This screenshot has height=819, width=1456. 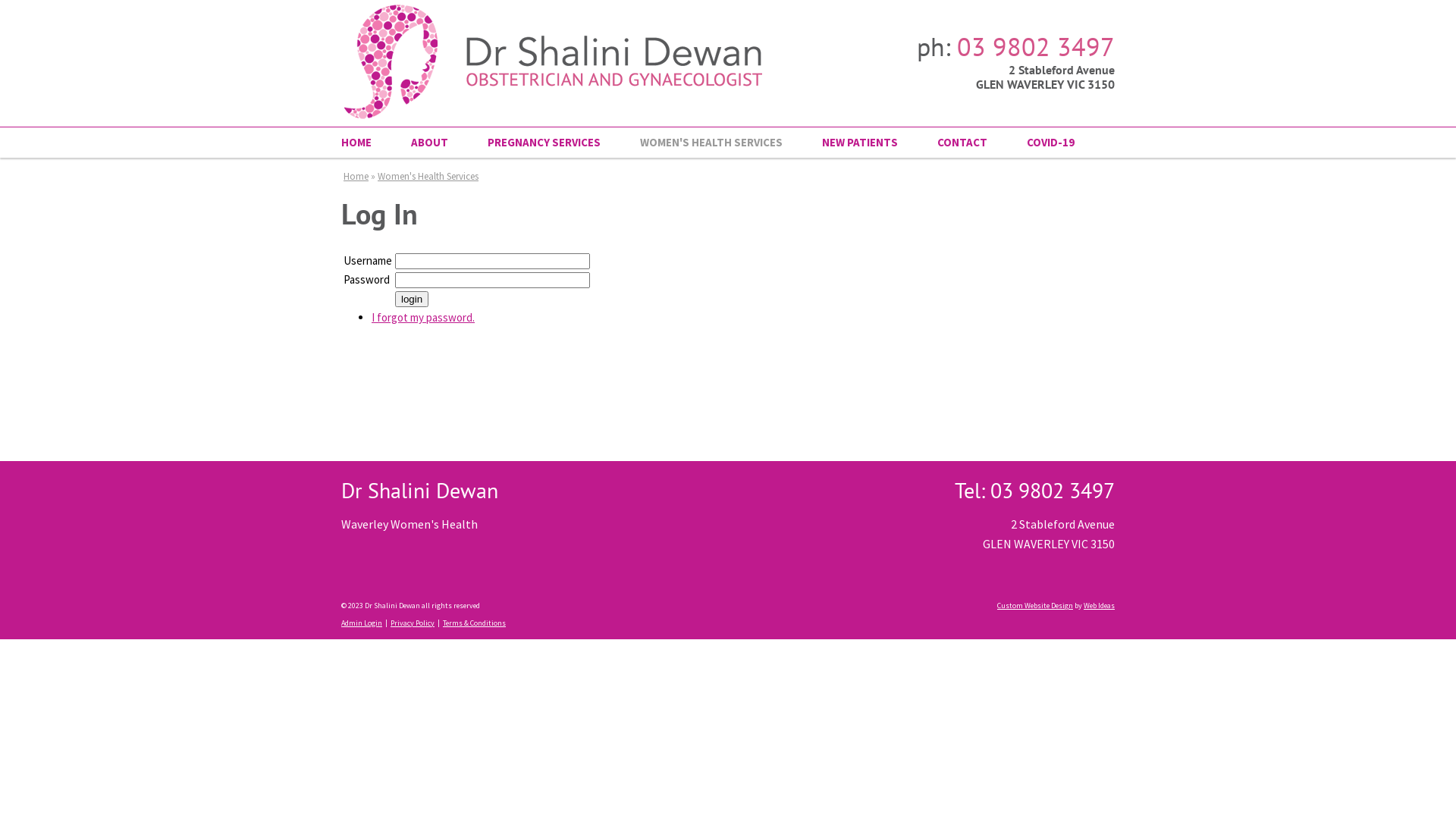 I want to click on 'Terms & Conditions', so click(x=473, y=623).